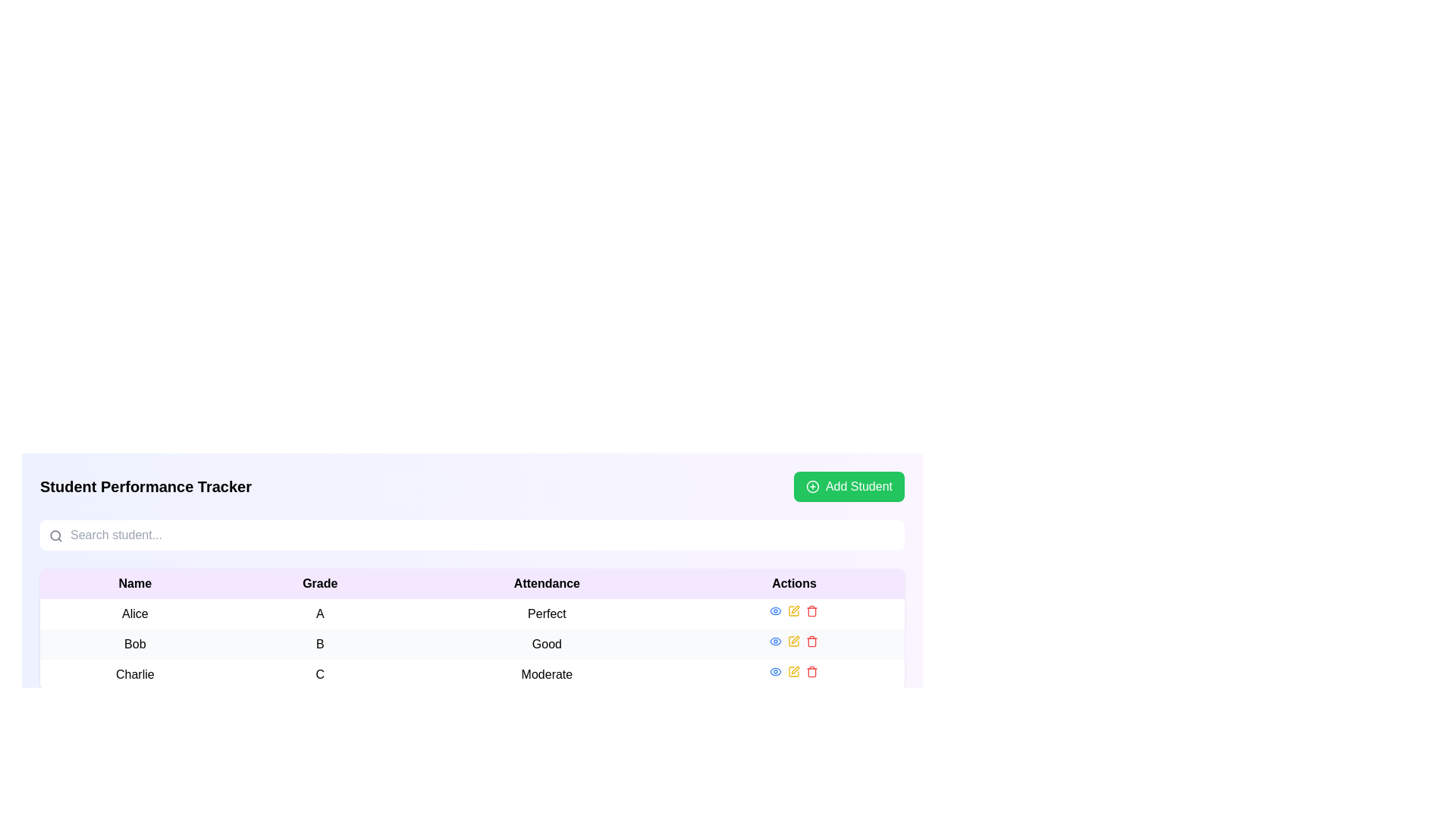 The image size is (1456, 819). Describe the element at coordinates (319, 644) in the screenshot. I see `the bold uppercase letter 'B' in the 'Grade' column of the table, which corresponds to the row labeled 'Bob'` at that location.